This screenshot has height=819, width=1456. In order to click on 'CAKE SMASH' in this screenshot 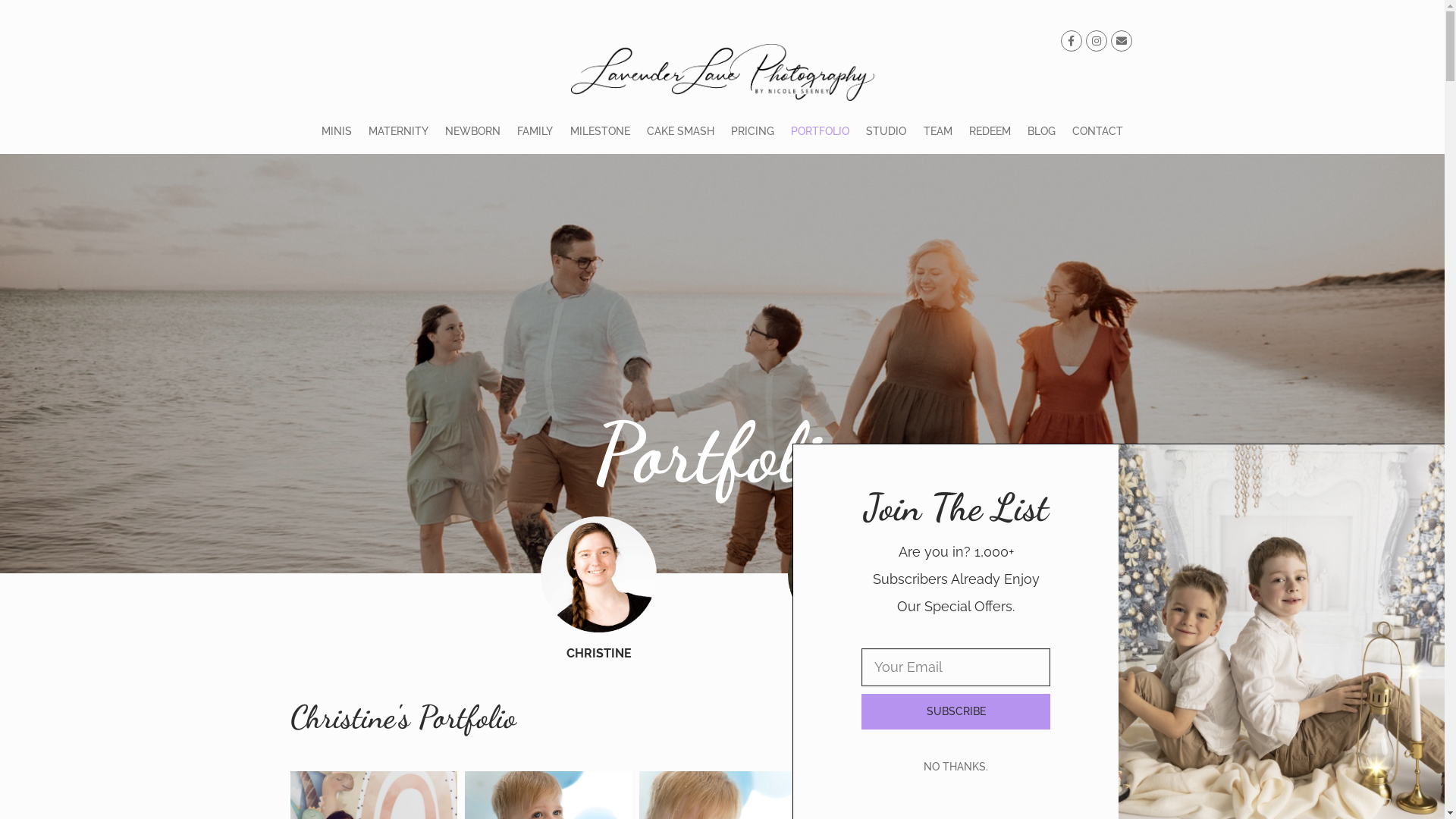, I will do `click(638, 130)`.